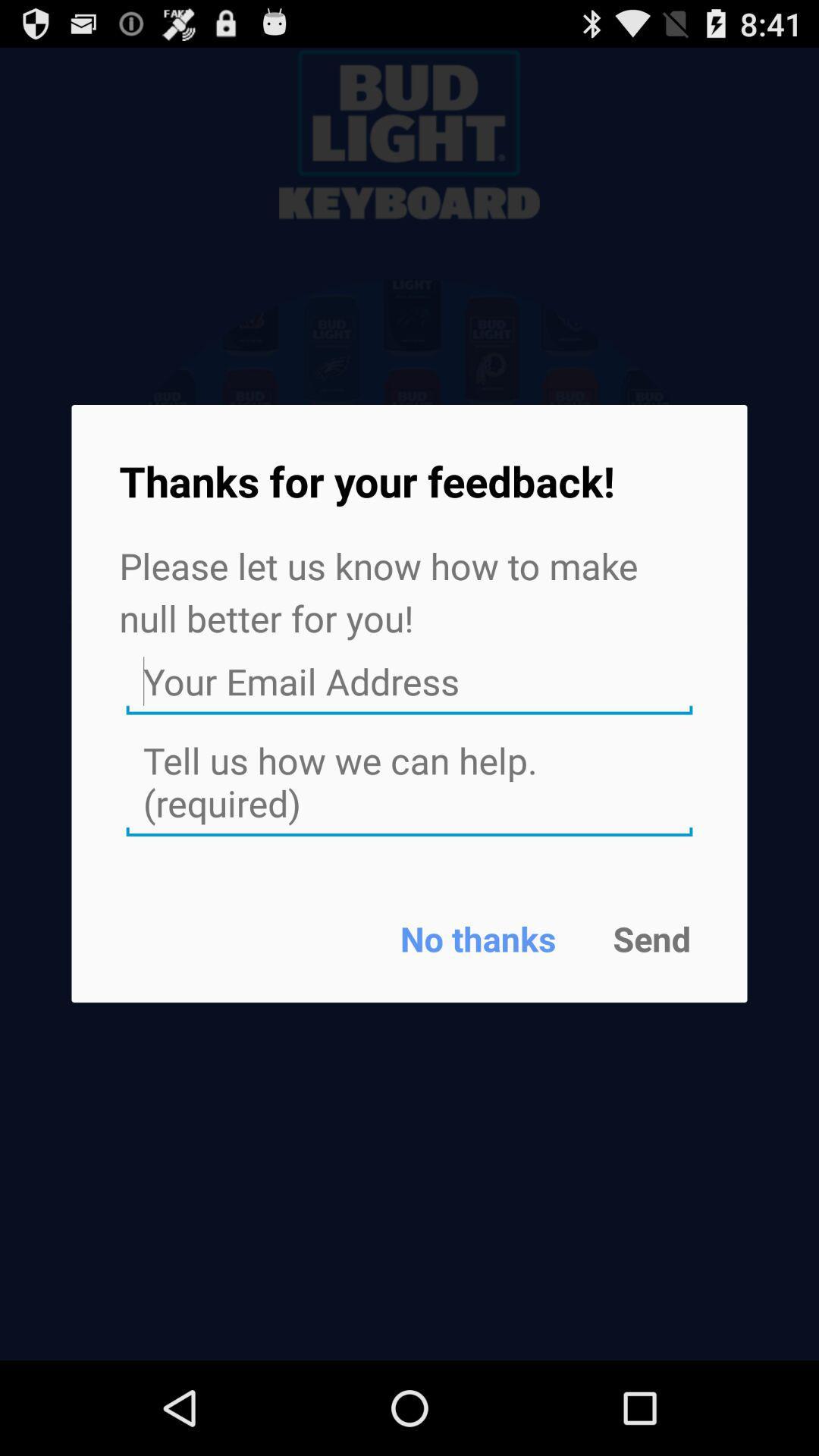 Image resolution: width=819 pixels, height=1456 pixels. What do you see at coordinates (409, 681) in the screenshot?
I see `email address` at bounding box center [409, 681].